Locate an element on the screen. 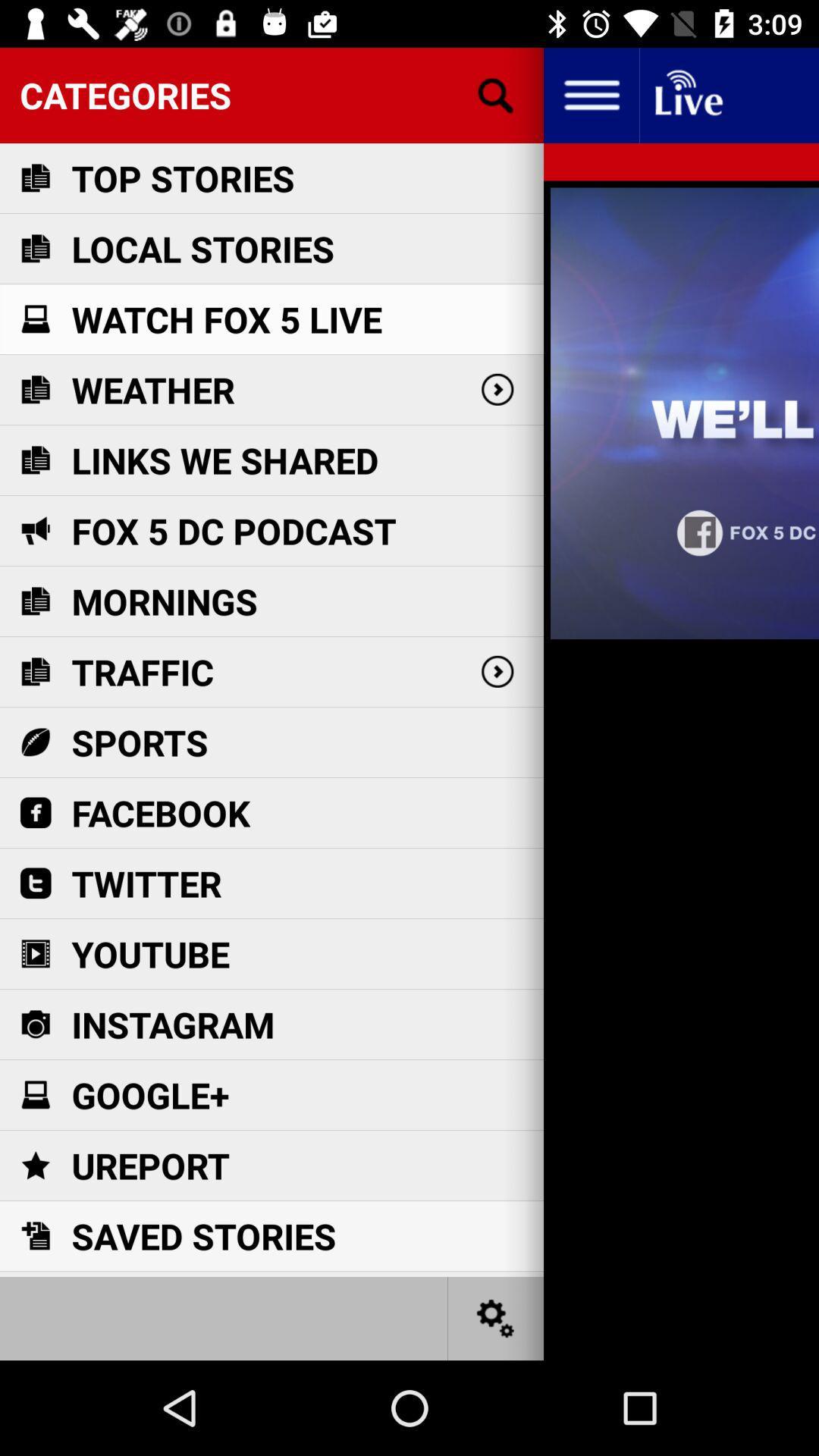 The image size is (819, 1456). item to the right of the categories icon is located at coordinates (590, 94).